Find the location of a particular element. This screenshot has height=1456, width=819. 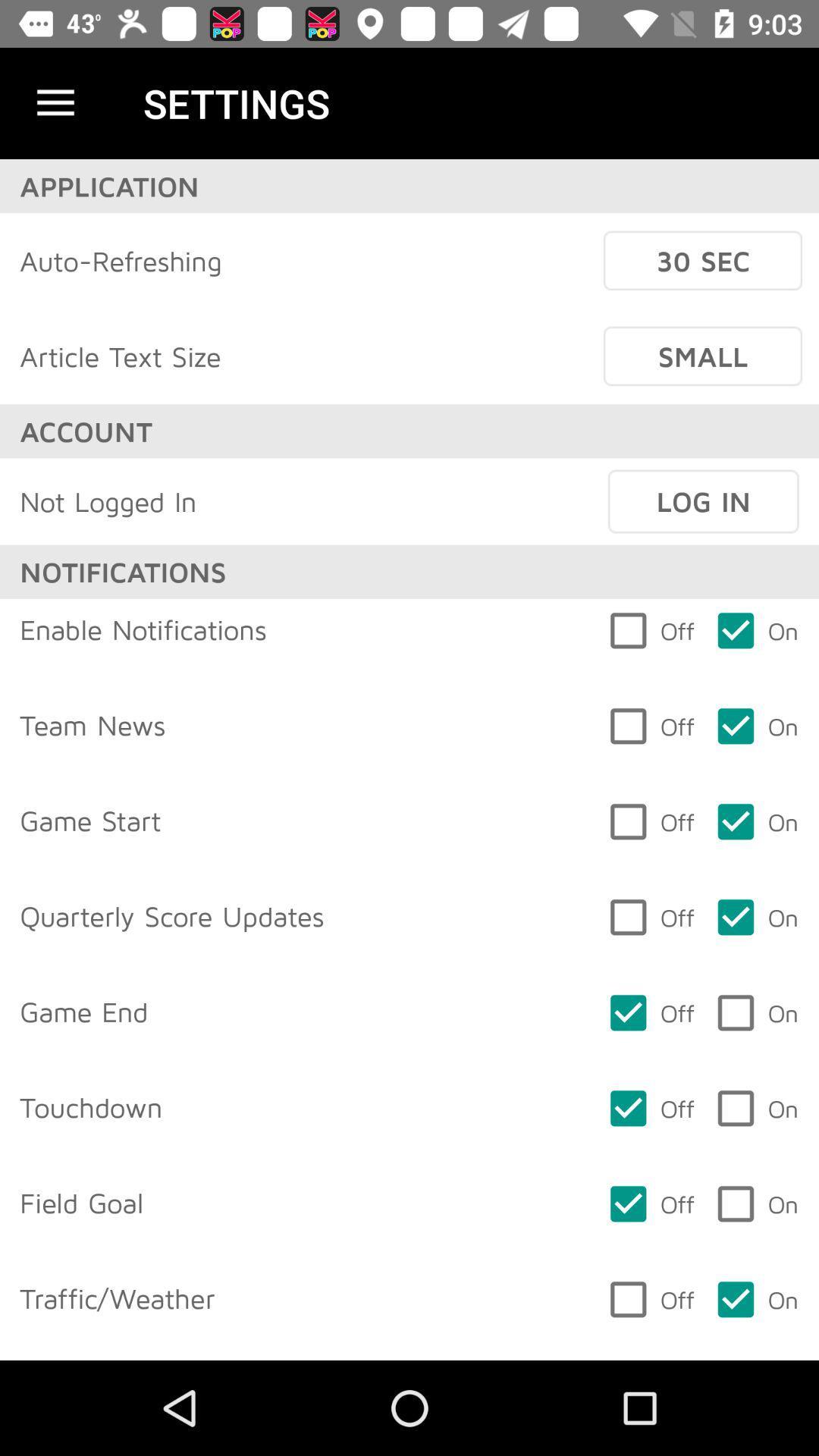

item to the left of the settings icon is located at coordinates (55, 102).